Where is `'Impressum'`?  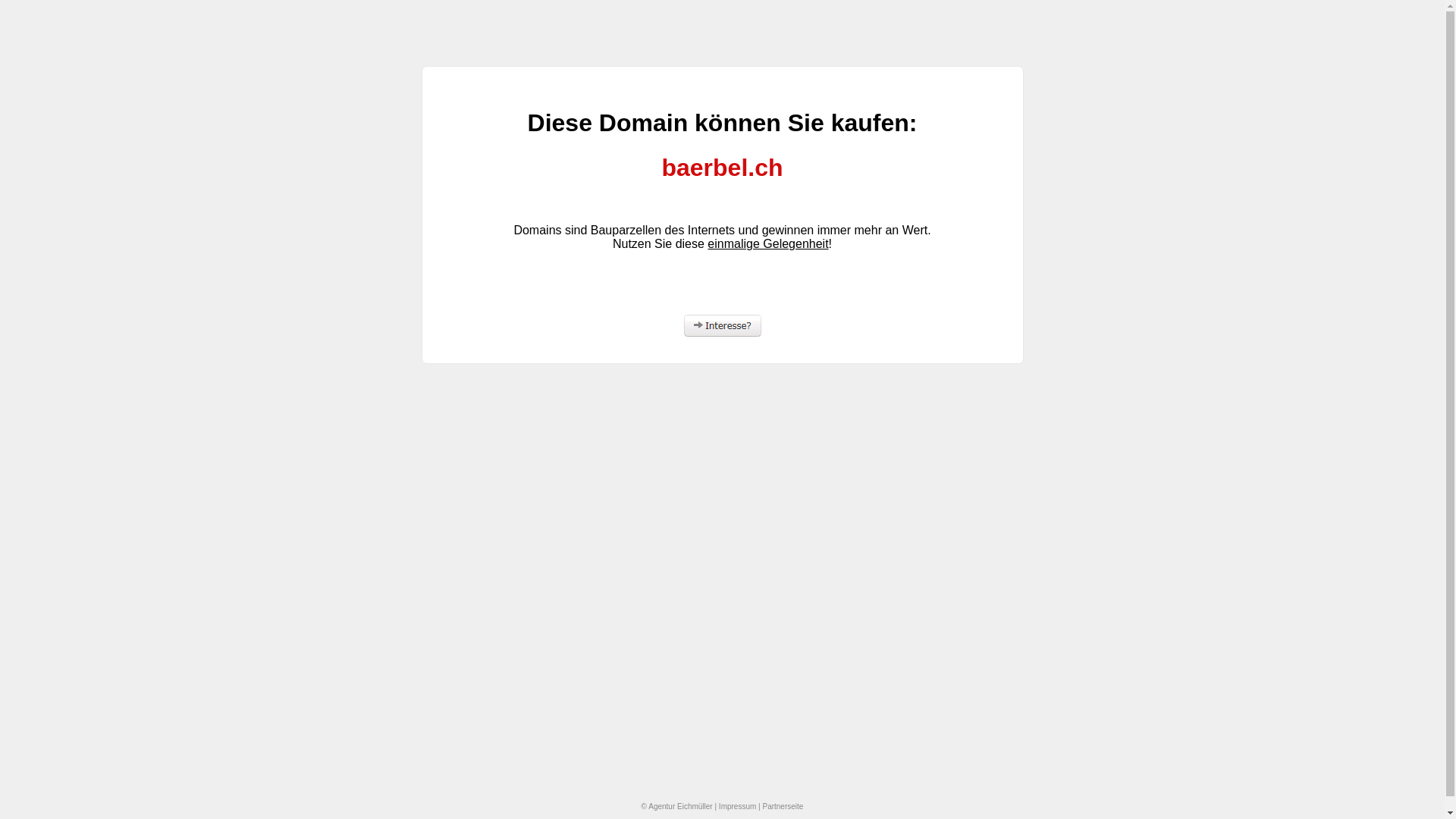 'Impressum' is located at coordinates (737, 805).